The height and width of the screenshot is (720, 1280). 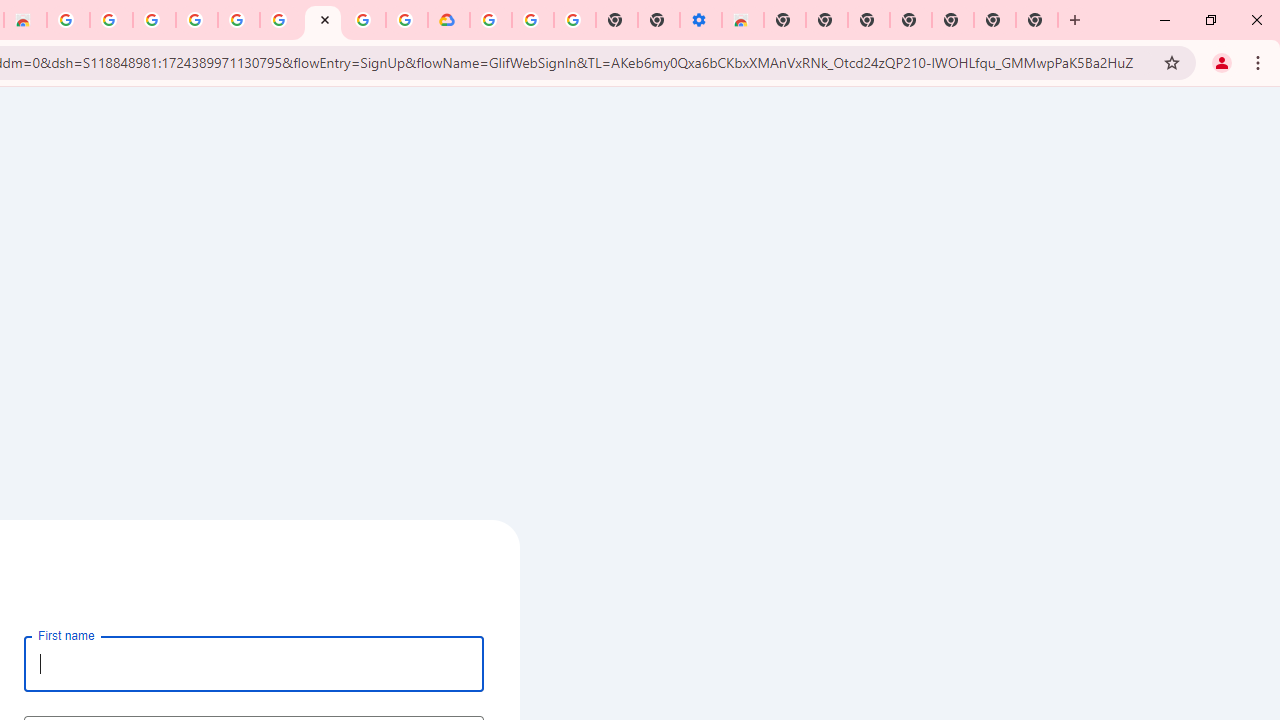 I want to click on 'Create your Google Account', so click(x=323, y=20).